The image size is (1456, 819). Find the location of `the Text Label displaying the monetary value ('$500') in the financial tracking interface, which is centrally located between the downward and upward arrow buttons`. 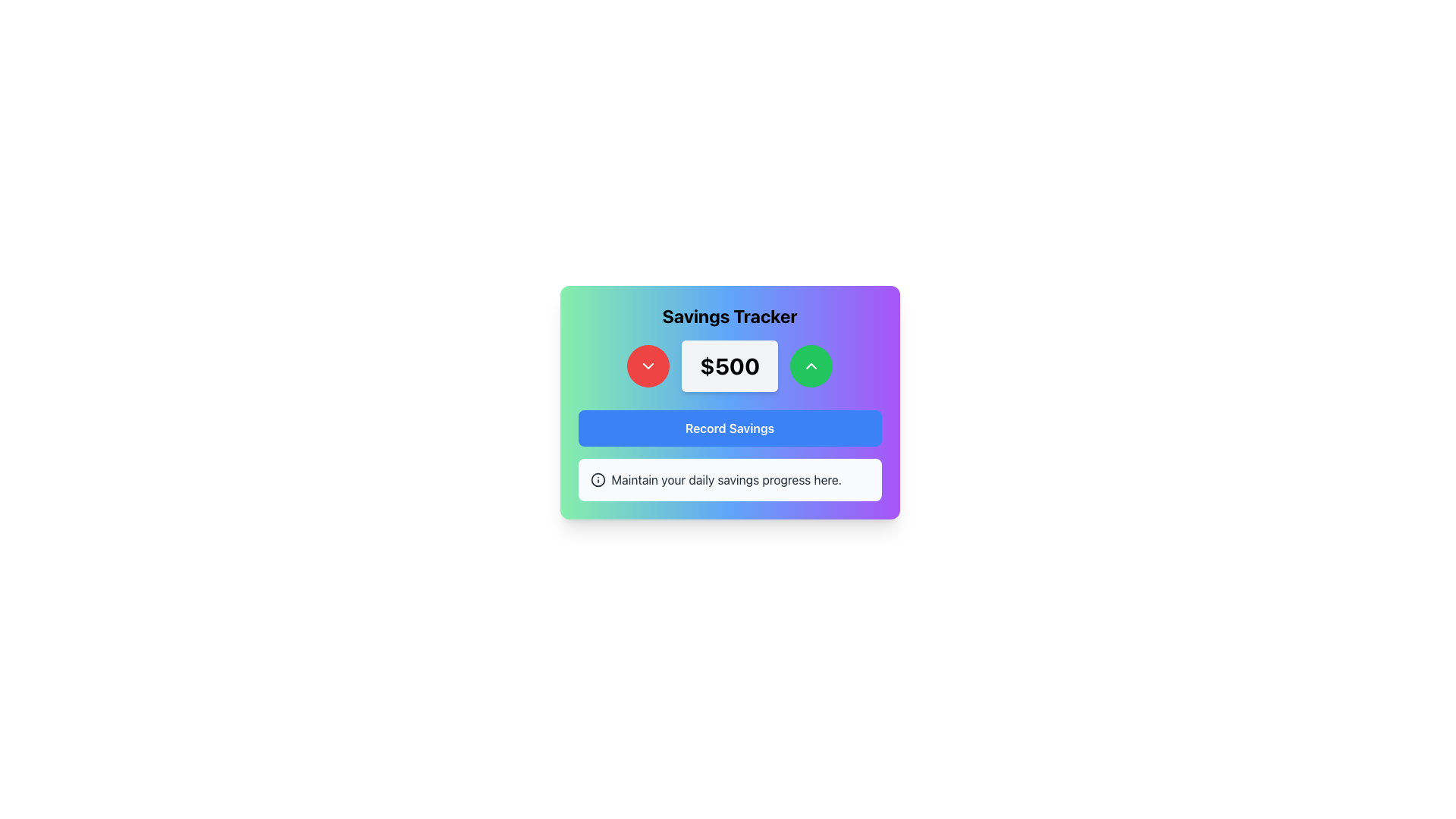

the Text Label displaying the monetary value ('$500') in the financial tracking interface, which is centrally located between the downward and upward arrow buttons is located at coordinates (730, 366).